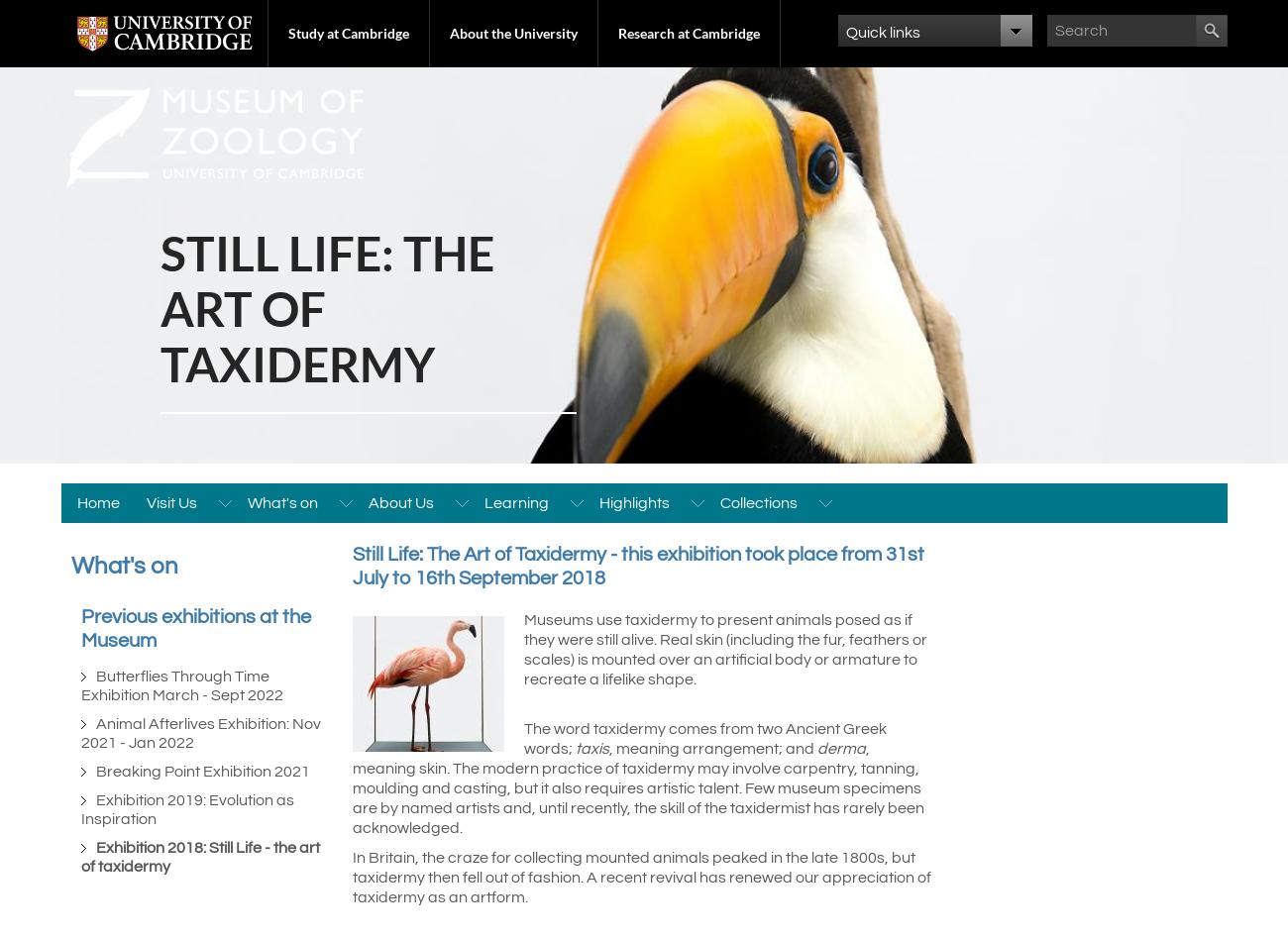 This screenshot has width=1288, height=939. Describe the element at coordinates (607, 749) in the screenshot. I see `', meaning arrangement; and'` at that location.